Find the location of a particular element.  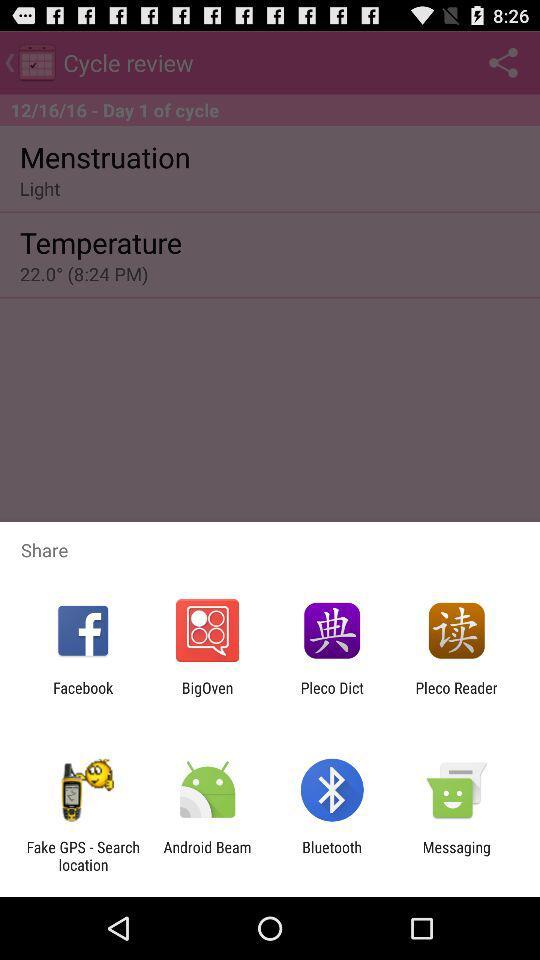

the bigoven icon is located at coordinates (206, 696).